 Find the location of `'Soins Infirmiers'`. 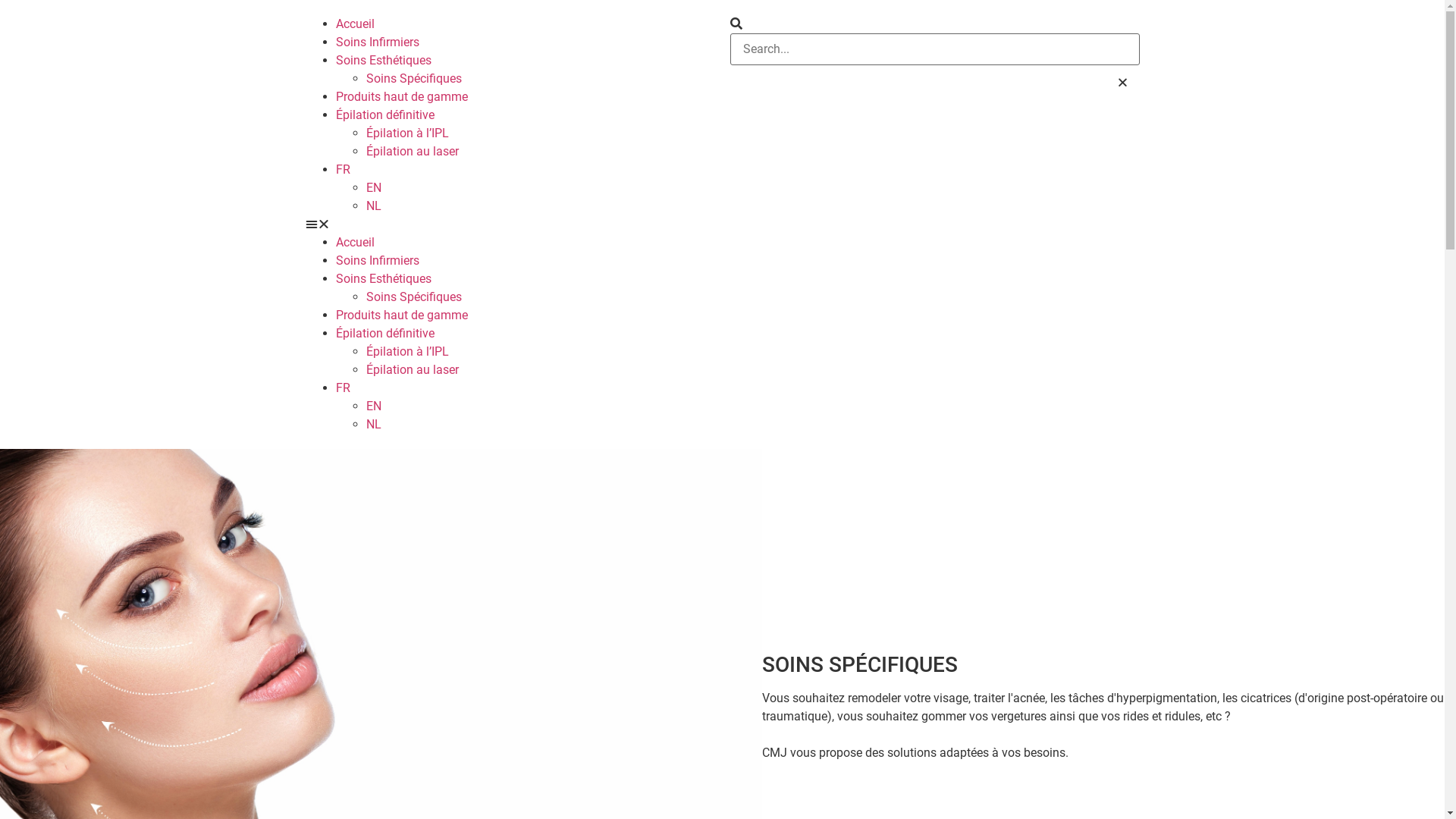

'Soins Infirmiers' is located at coordinates (334, 259).